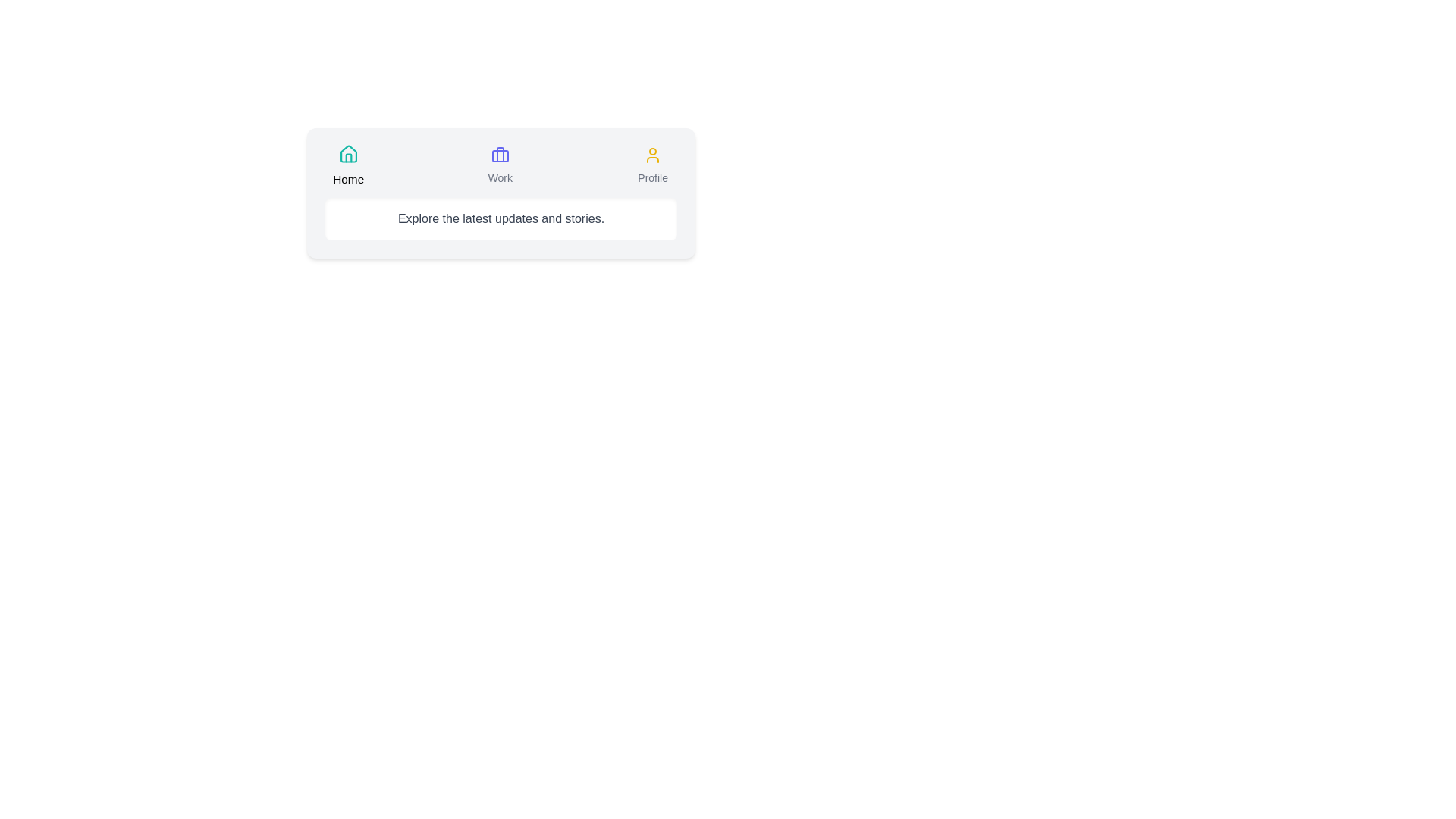  I want to click on the Profile tab to view its content, so click(653, 166).